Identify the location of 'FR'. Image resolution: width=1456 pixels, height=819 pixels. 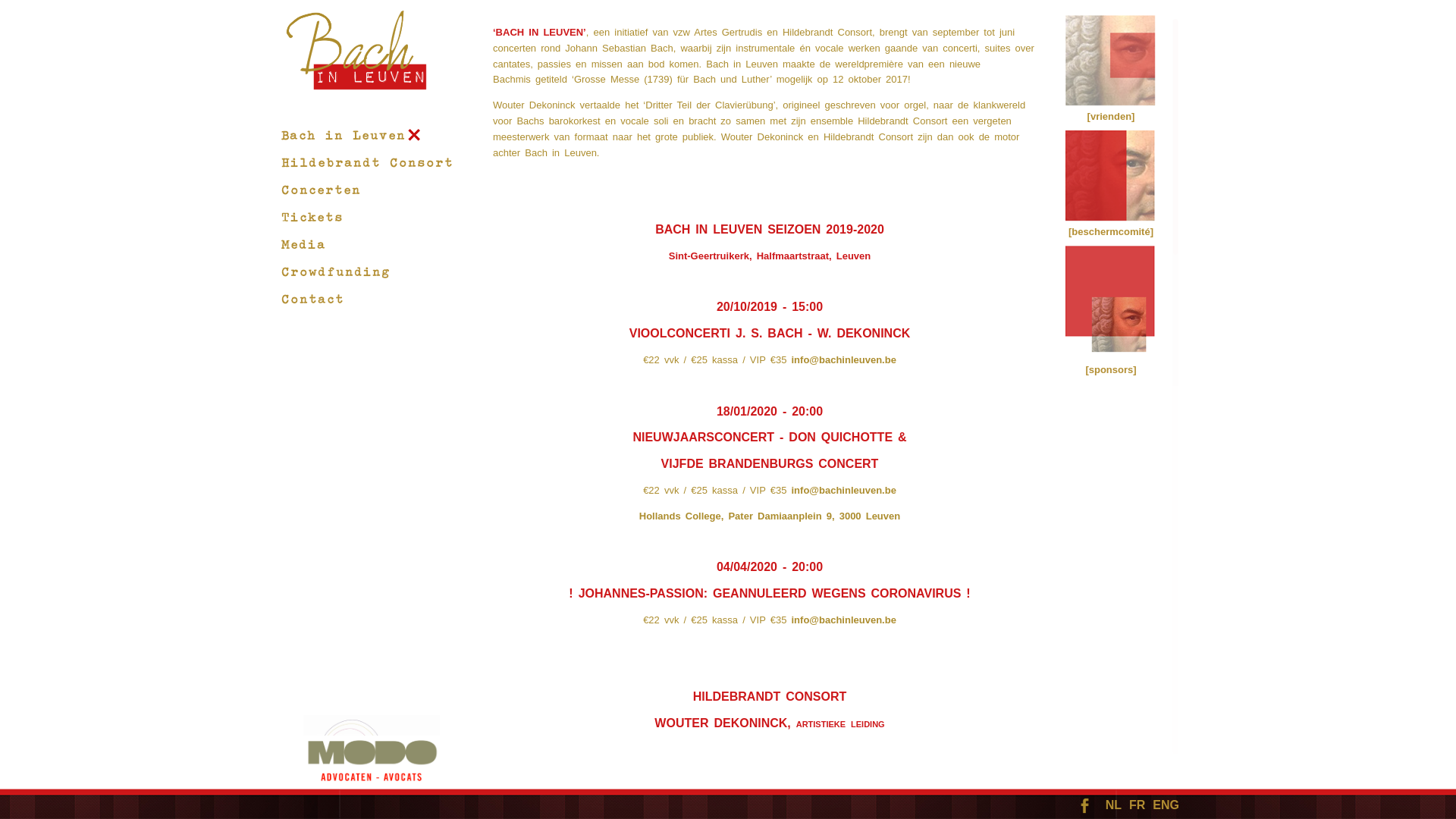
(1133, 804).